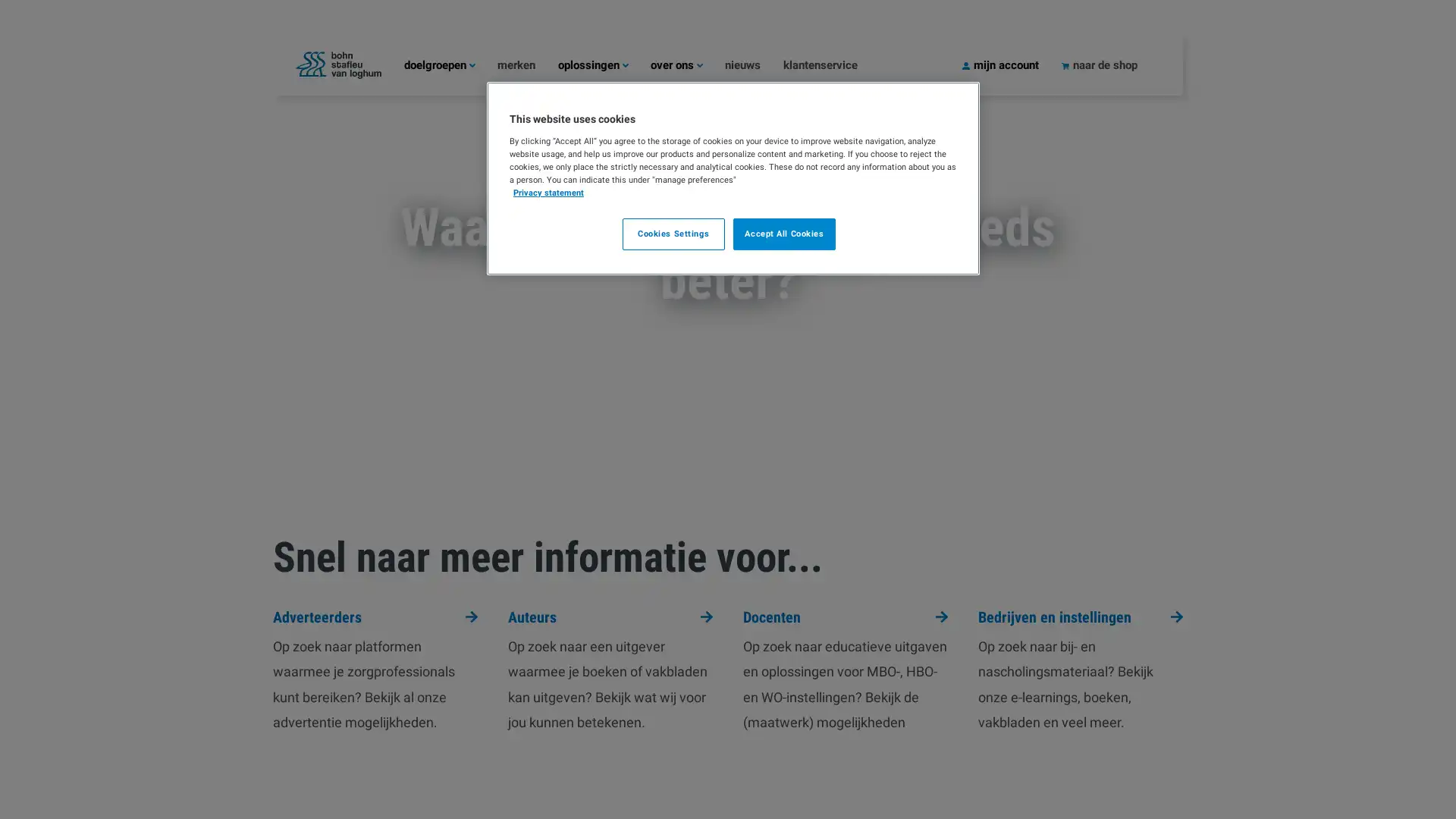 The image size is (1456, 819). I want to click on oplossingen, so click(603, 64).